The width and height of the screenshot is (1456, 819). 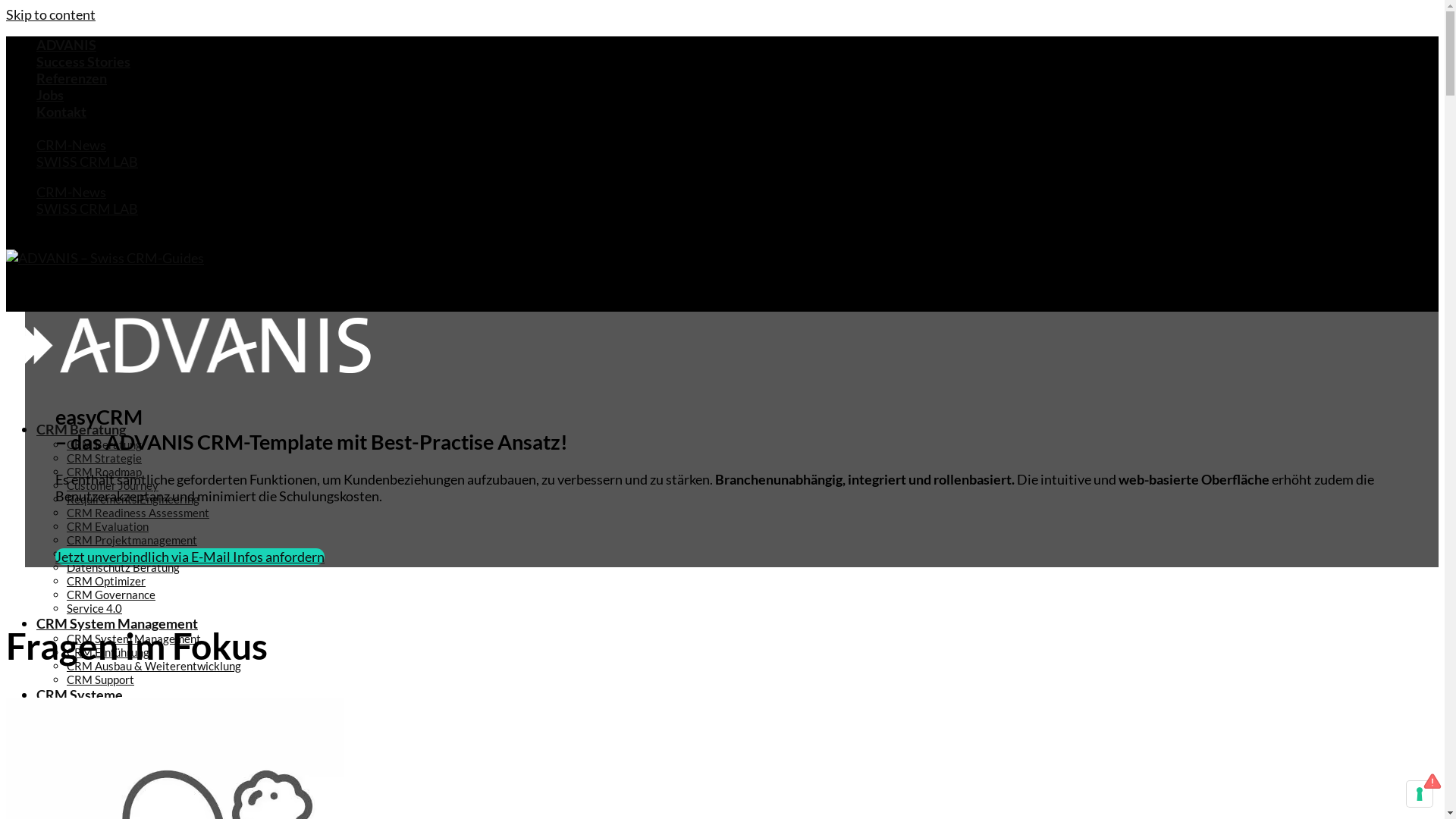 What do you see at coordinates (65, 791) in the screenshot?
I see `'Microsoft Dynamics 365'` at bounding box center [65, 791].